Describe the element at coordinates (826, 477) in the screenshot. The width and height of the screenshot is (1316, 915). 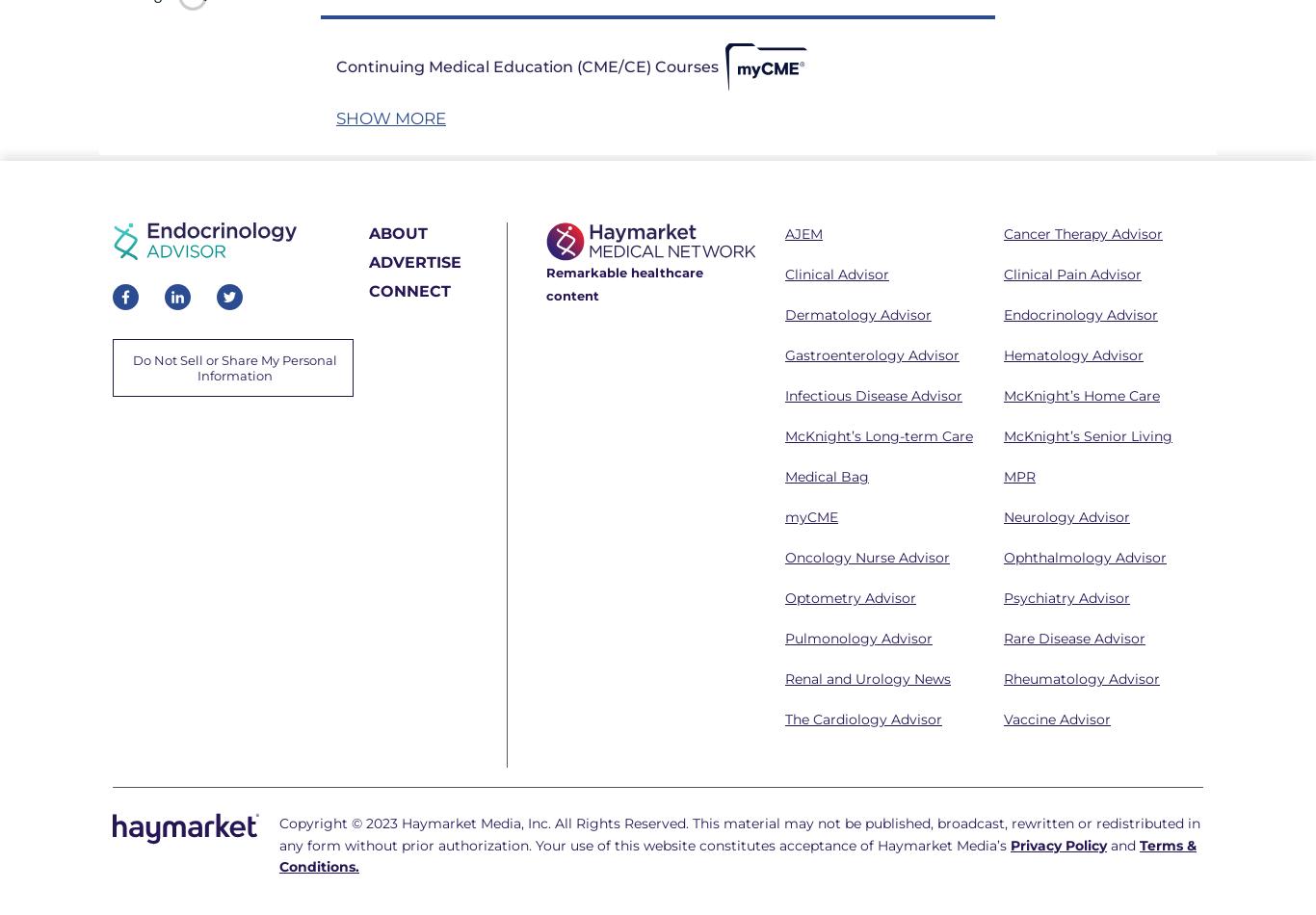
I see `'Medical Bag'` at that location.